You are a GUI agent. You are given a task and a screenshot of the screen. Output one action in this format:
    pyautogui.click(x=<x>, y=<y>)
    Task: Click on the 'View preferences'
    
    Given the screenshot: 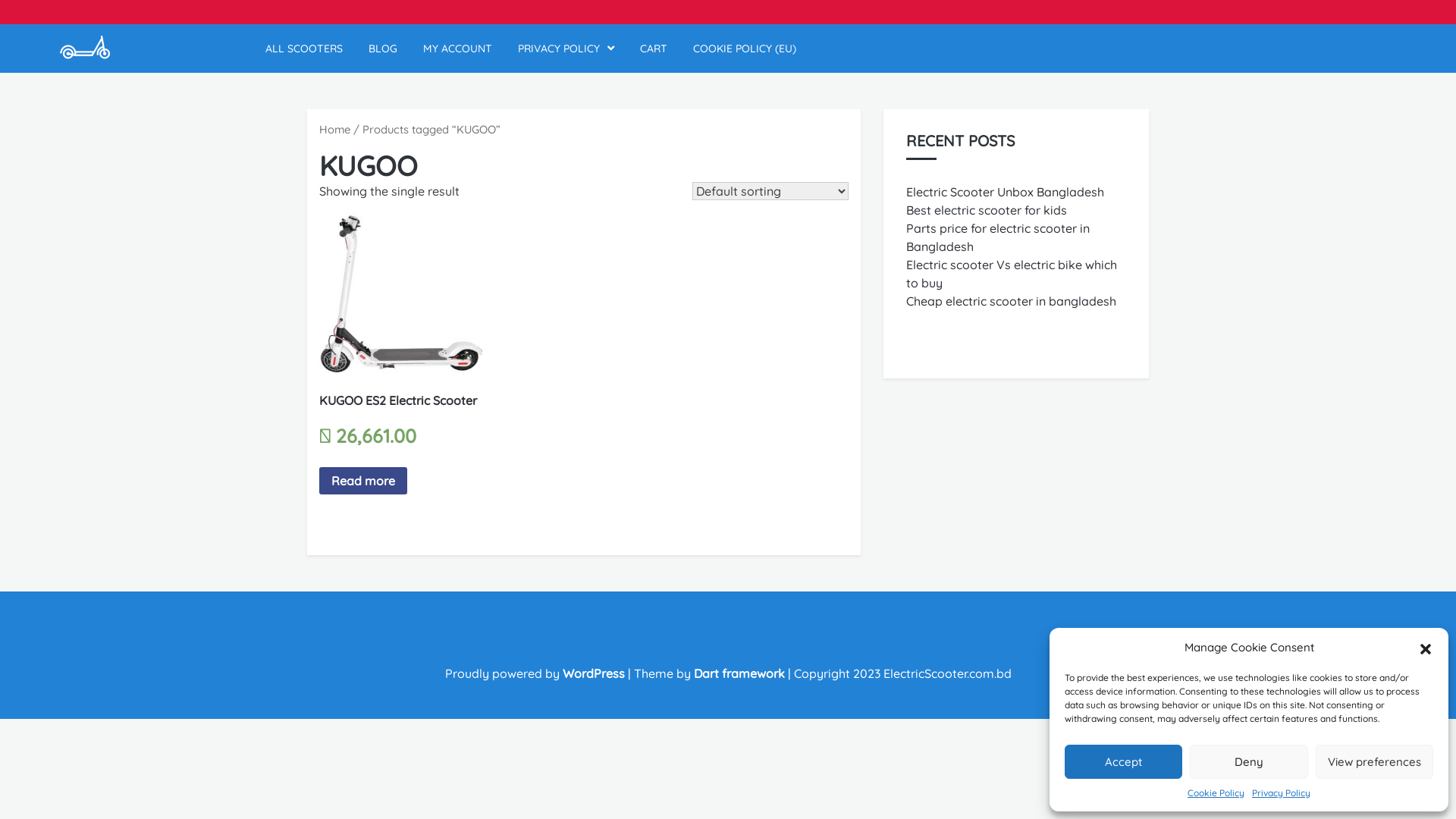 What is the action you would take?
    pyautogui.click(x=1314, y=761)
    